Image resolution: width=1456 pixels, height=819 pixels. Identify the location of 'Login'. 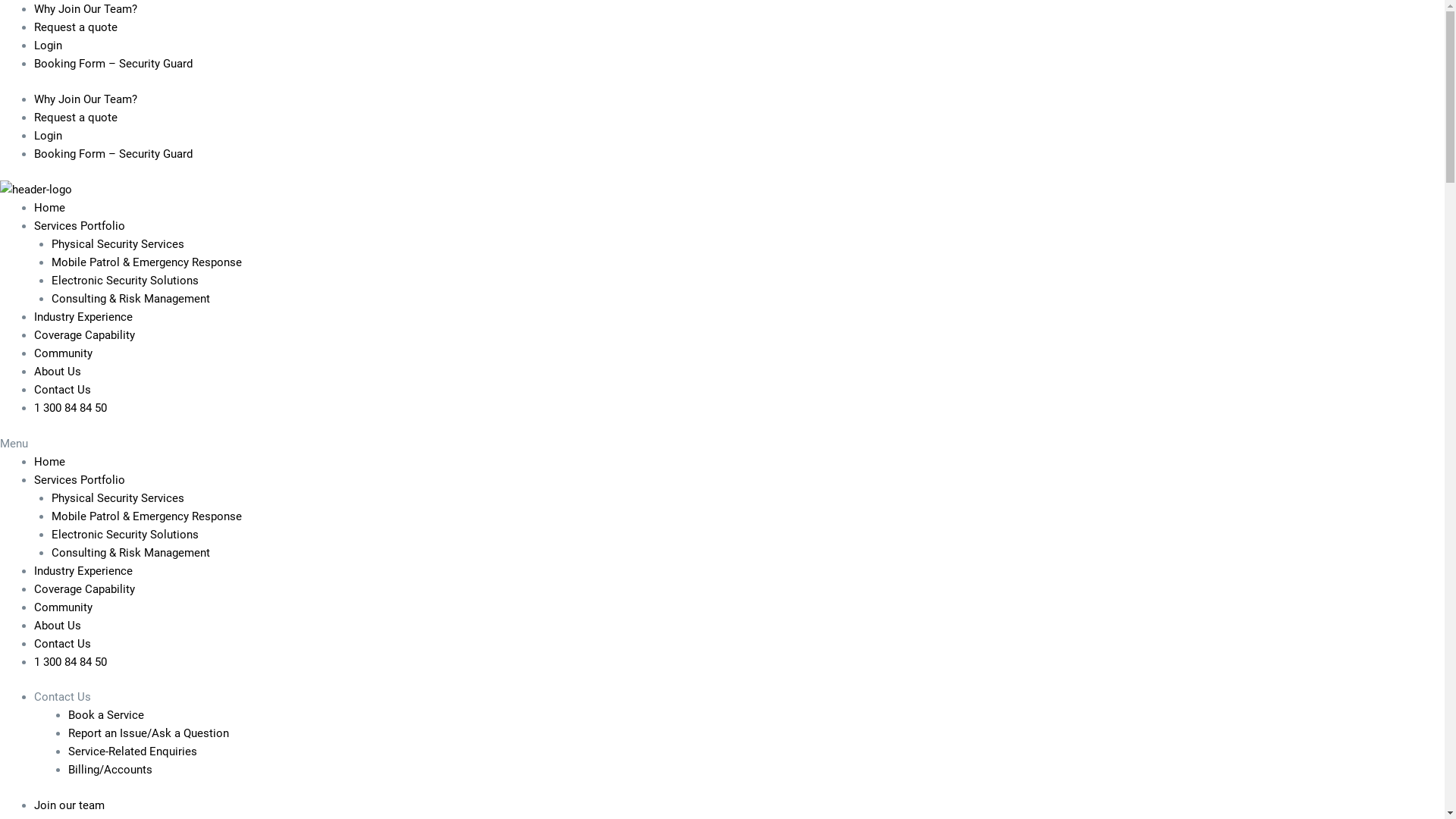
(48, 134).